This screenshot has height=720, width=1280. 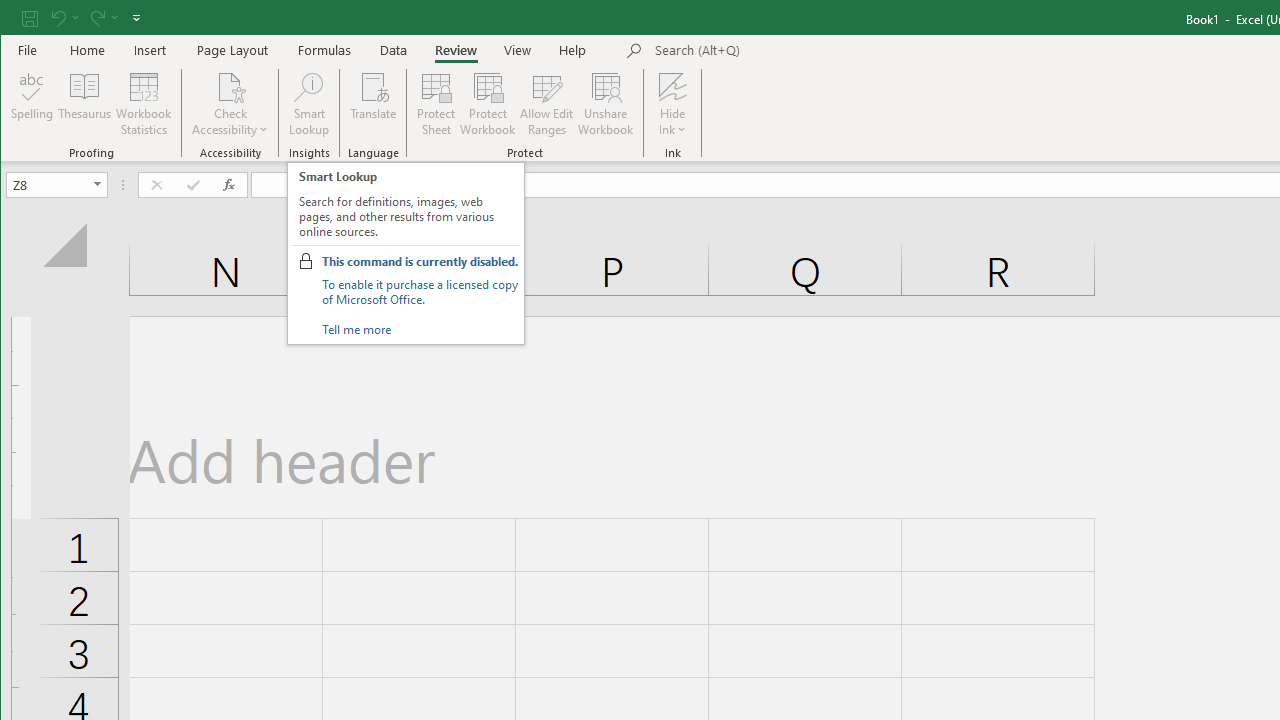 I want to click on 'Hide Ink', so click(x=672, y=104).